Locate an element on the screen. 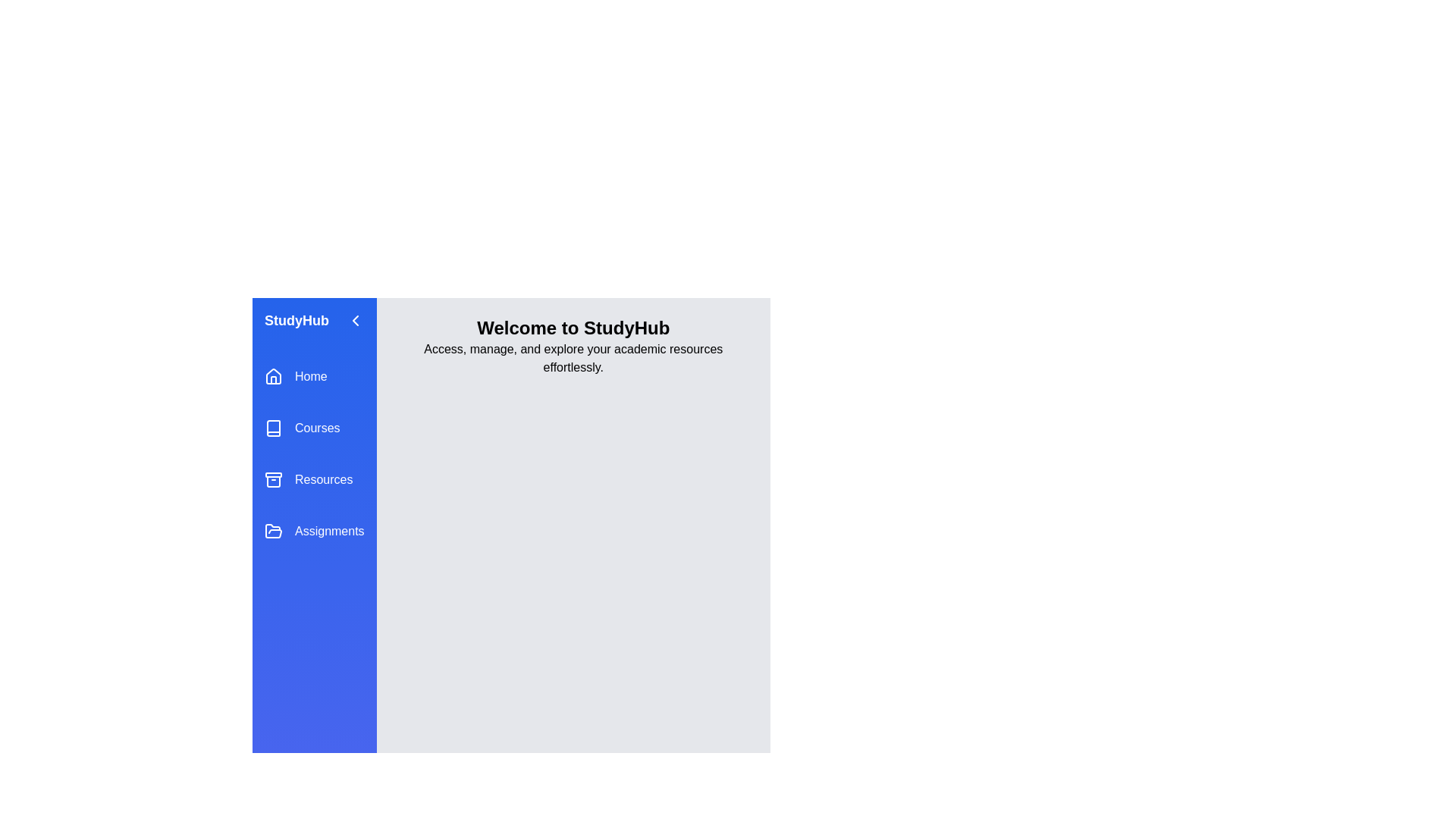  the menu item labeled Resources is located at coordinates (313, 479).